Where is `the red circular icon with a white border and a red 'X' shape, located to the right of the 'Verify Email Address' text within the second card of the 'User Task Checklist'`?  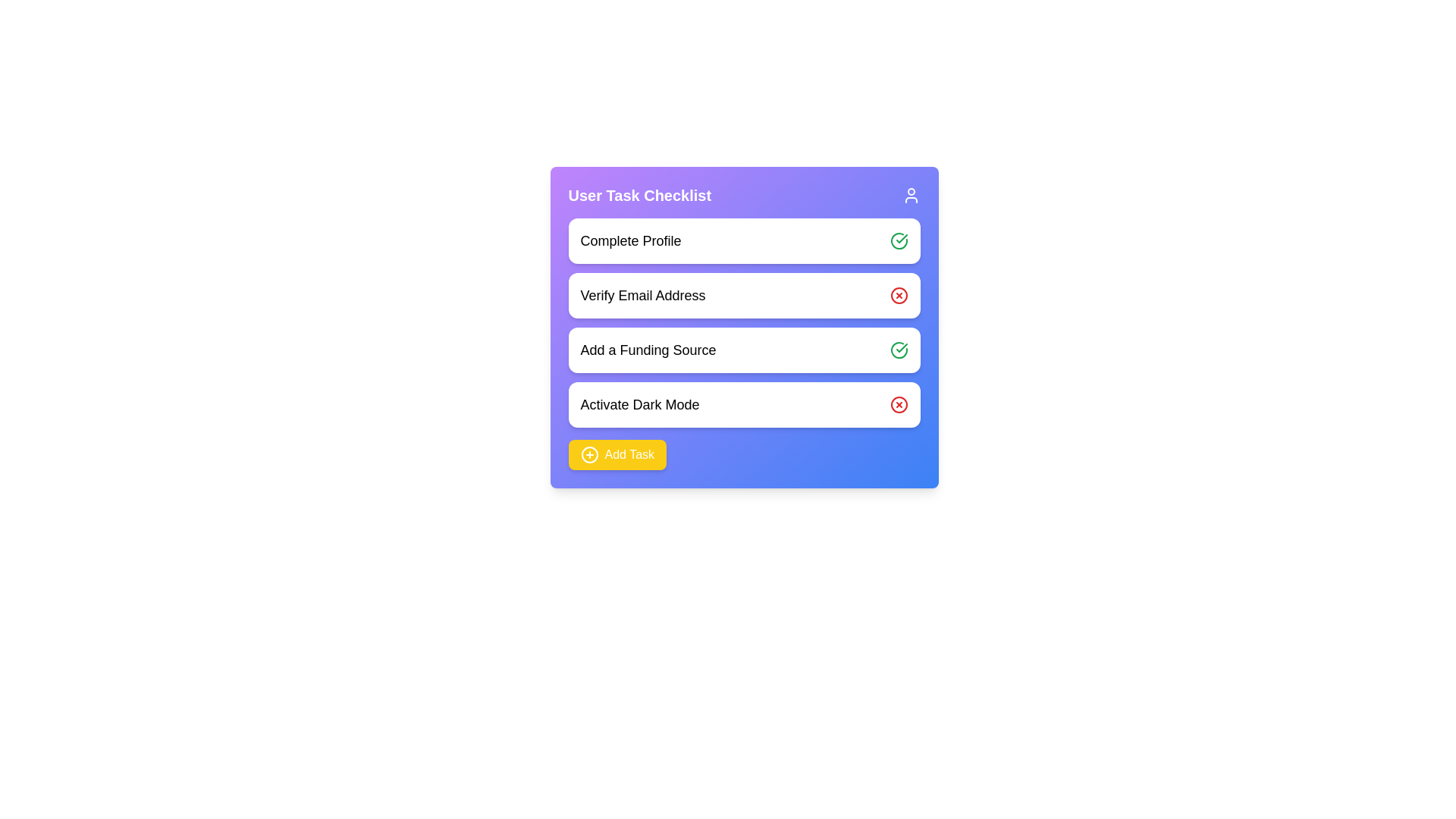
the red circular icon with a white border and a red 'X' shape, located to the right of the 'Verify Email Address' text within the second card of the 'User Task Checklist' is located at coordinates (899, 295).